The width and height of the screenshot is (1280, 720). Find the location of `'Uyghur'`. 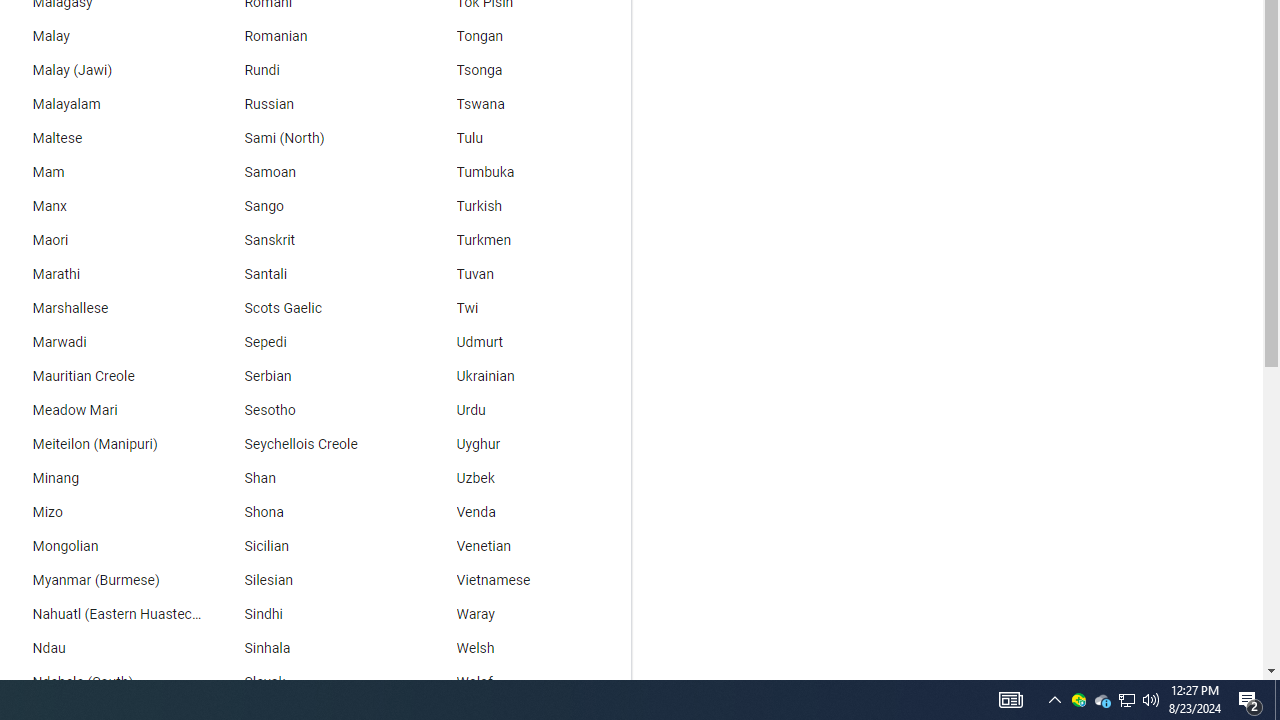

'Uyghur' is located at coordinates (525, 443).